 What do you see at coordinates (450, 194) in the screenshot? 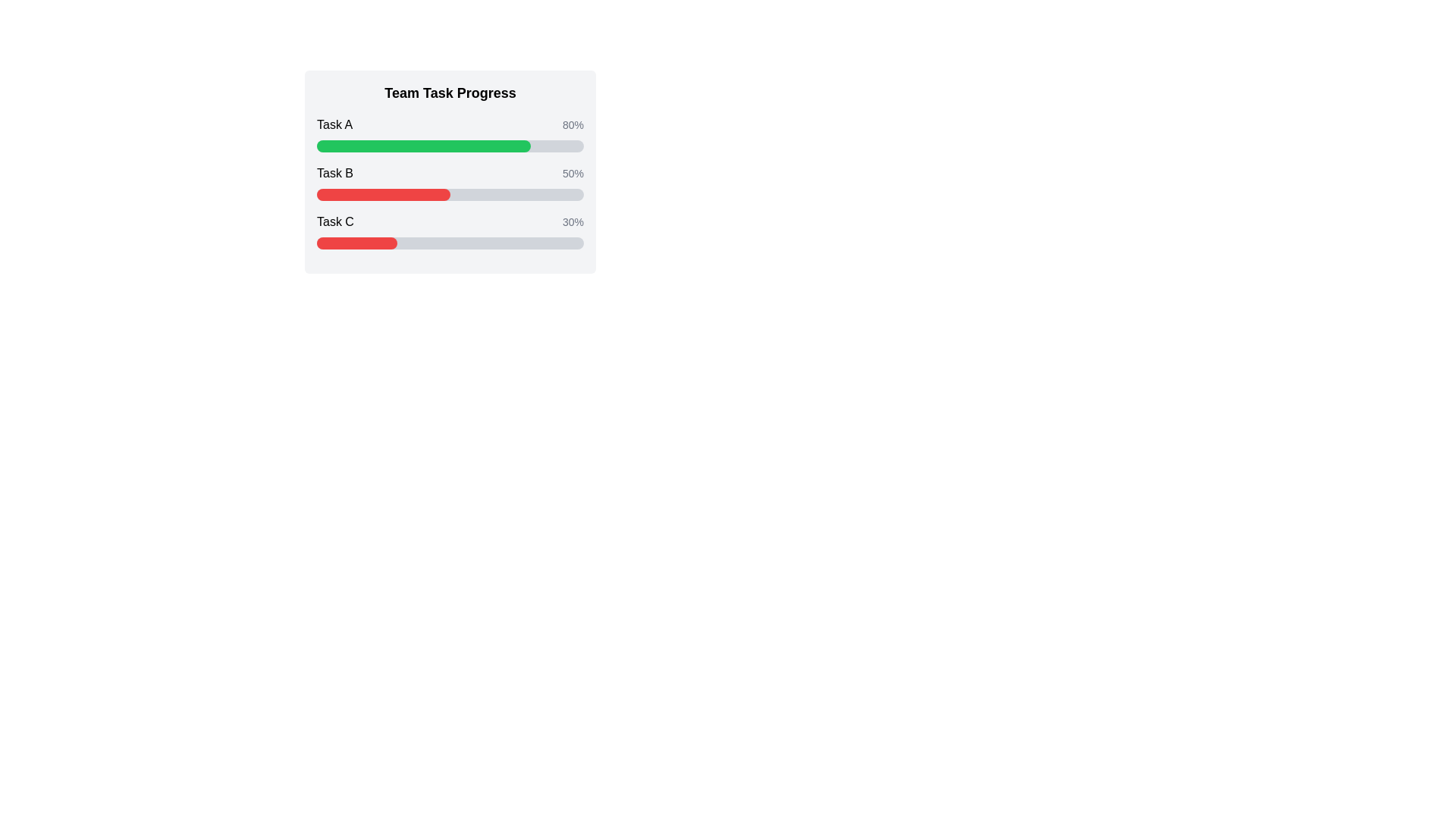
I see `the horizontal progress bar located below the 'Task B' label, which has a gray background and a red-filled section indicating 50% progress` at bounding box center [450, 194].